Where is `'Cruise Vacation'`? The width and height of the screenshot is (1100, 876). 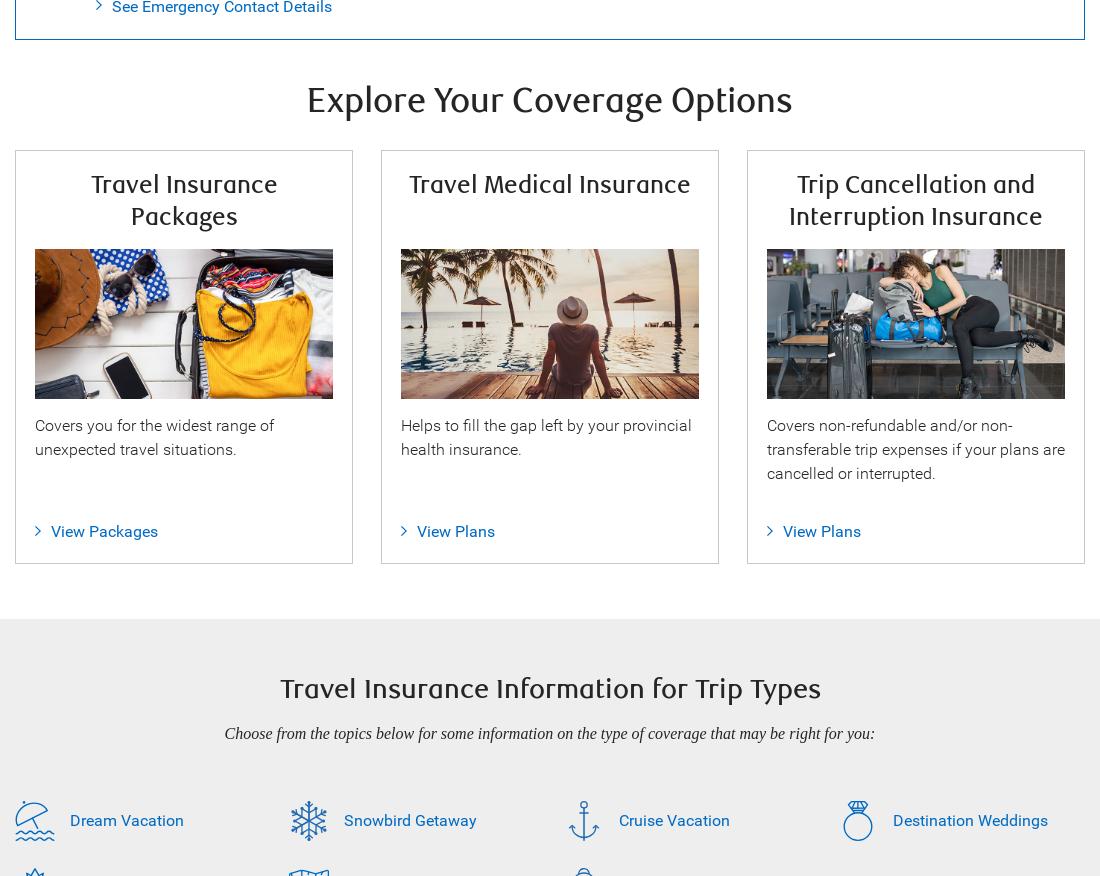
'Cruise Vacation' is located at coordinates (673, 819).